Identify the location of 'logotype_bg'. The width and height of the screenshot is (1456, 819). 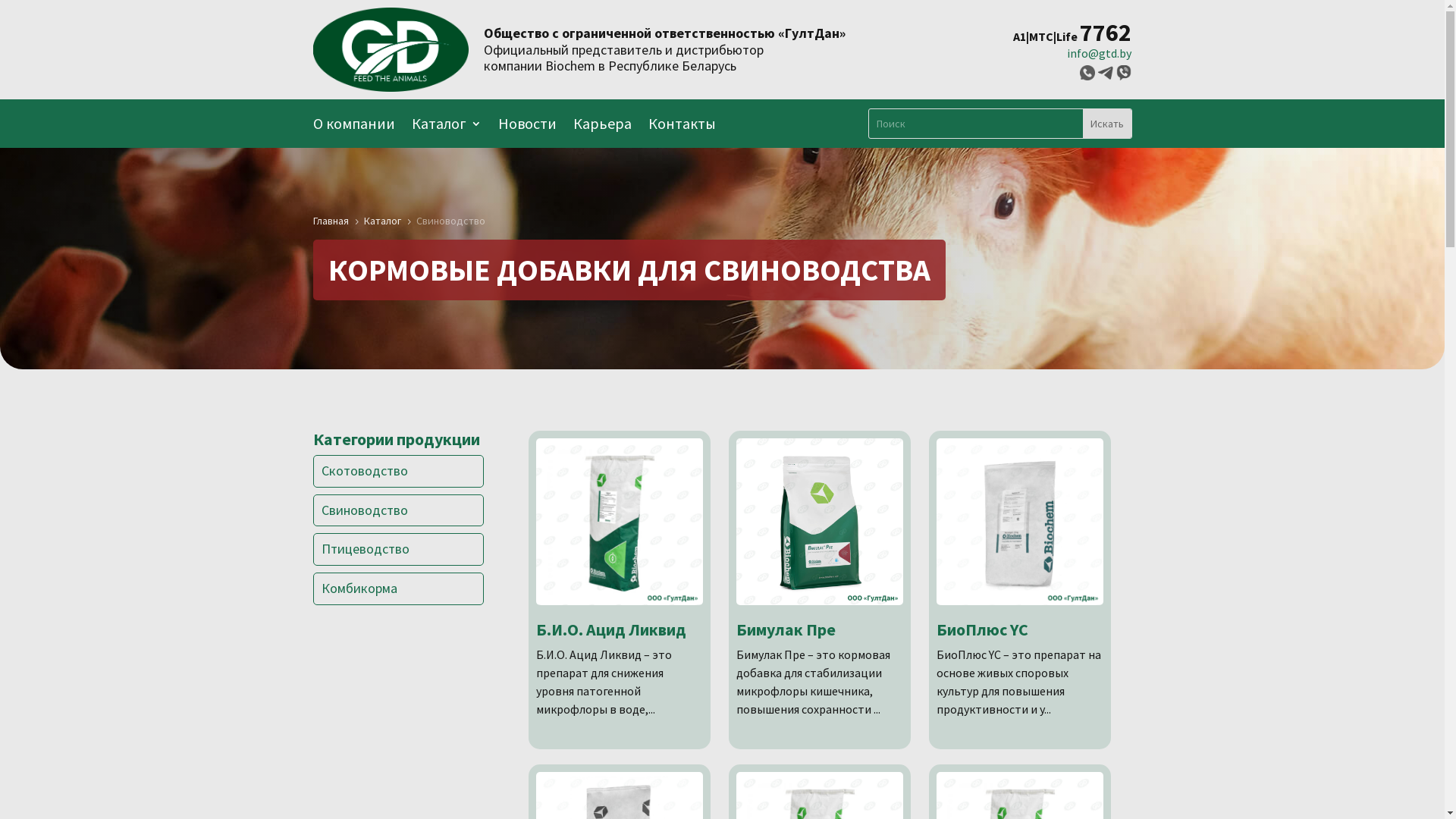
(390, 49).